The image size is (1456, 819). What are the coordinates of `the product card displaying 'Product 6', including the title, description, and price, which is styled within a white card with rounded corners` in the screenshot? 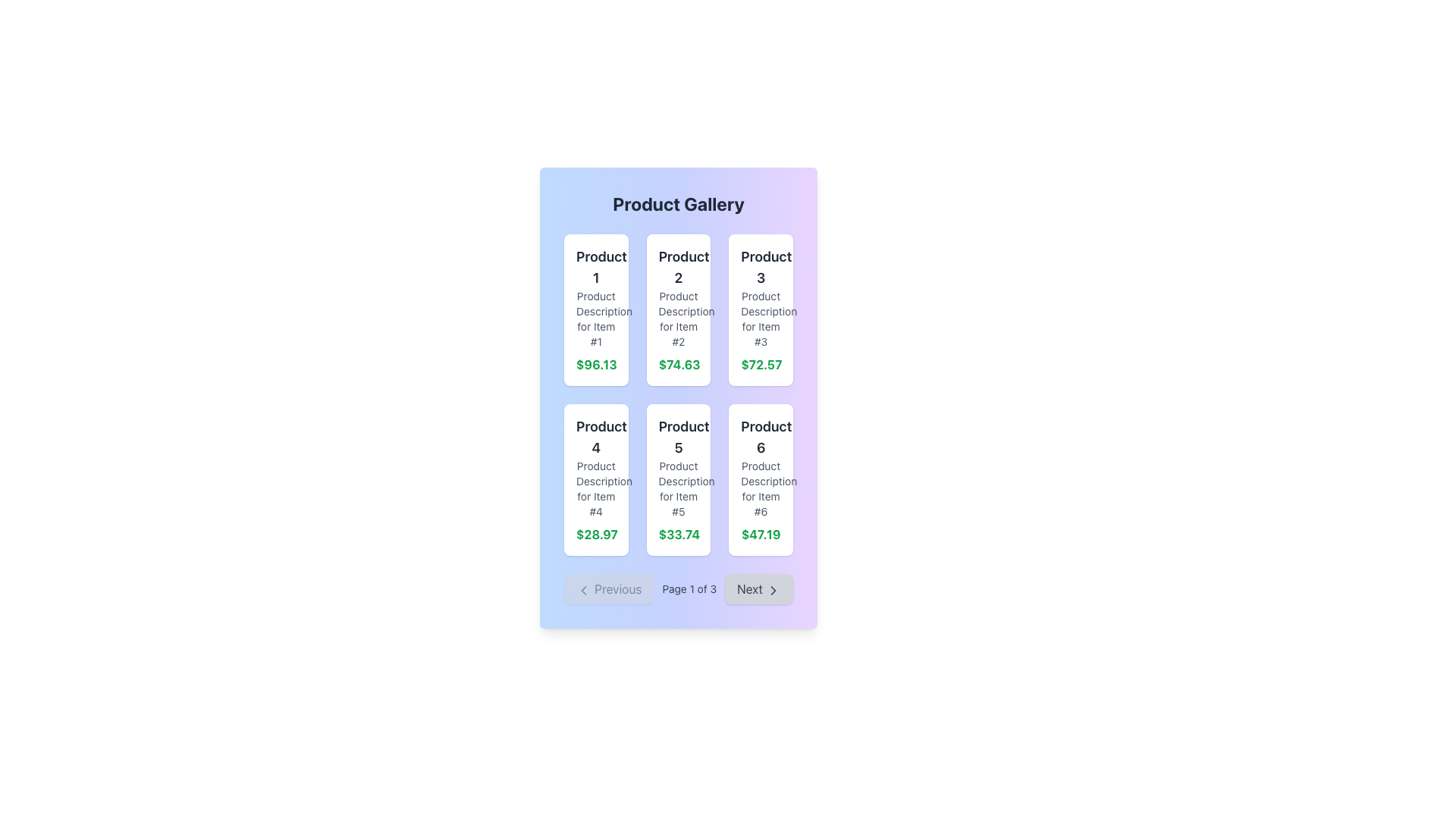 It's located at (761, 479).